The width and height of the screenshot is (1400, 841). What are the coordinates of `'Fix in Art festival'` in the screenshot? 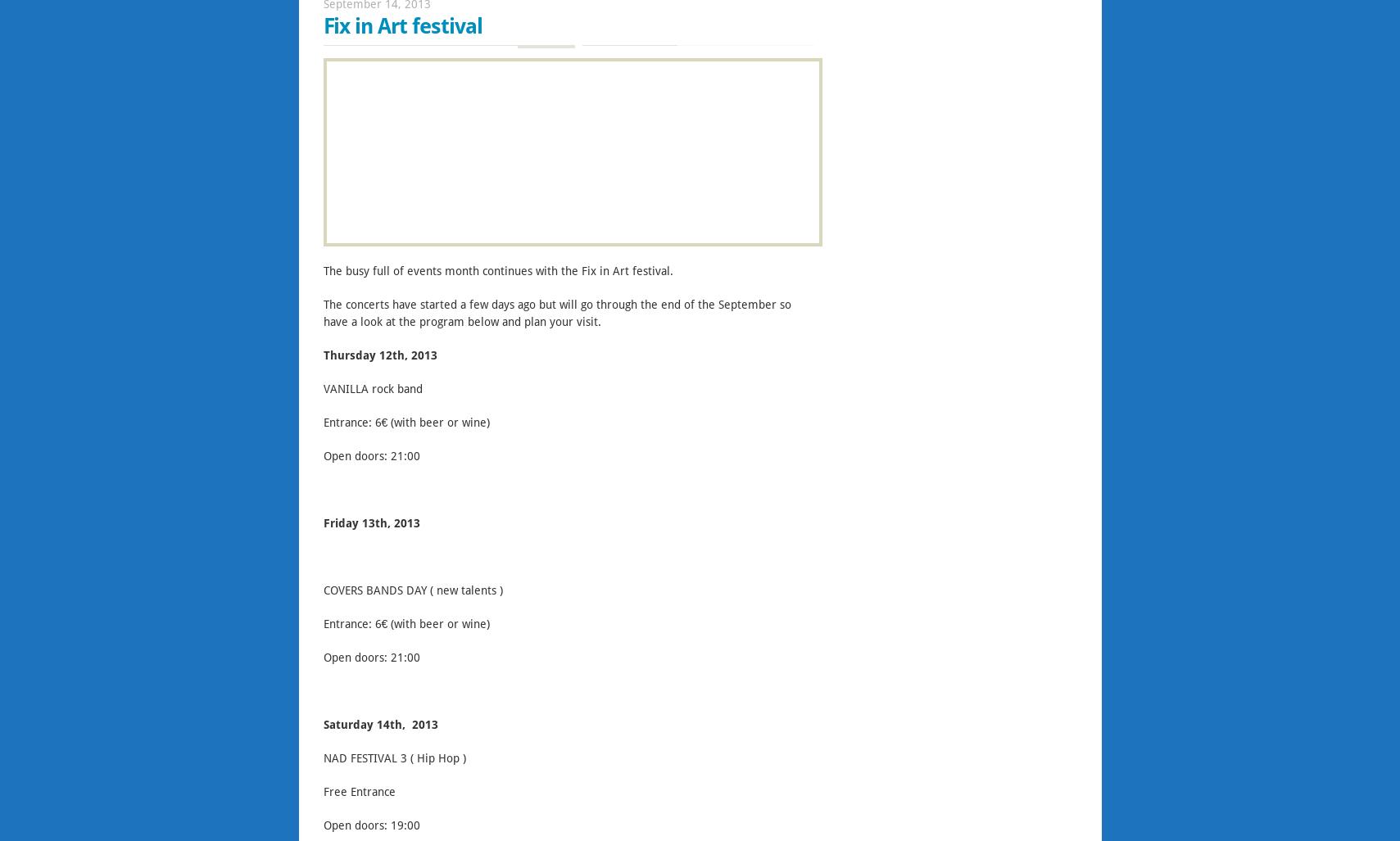 It's located at (401, 26).